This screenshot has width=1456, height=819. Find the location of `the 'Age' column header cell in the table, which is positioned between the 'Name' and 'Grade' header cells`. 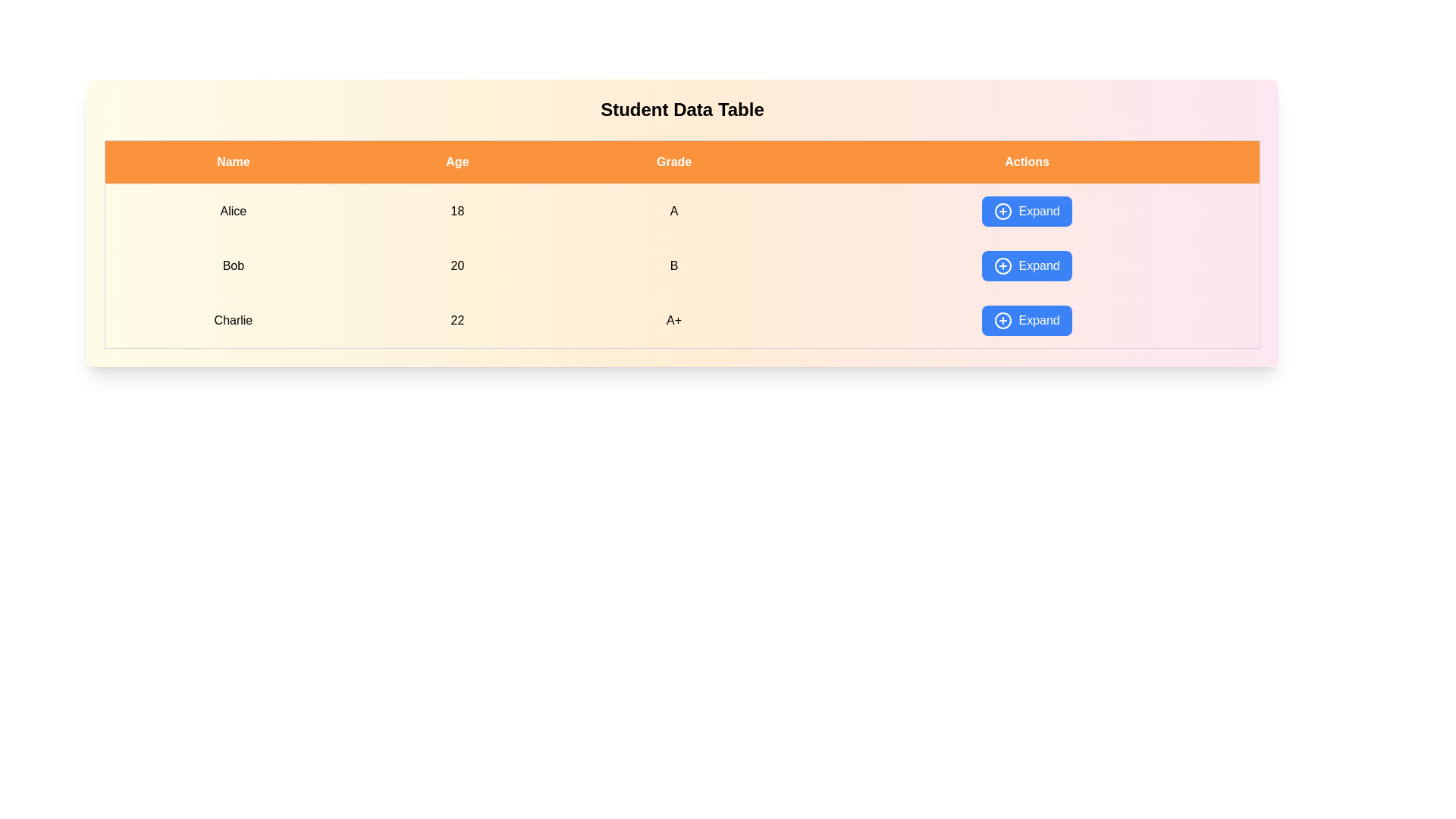

the 'Age' column header cell in the table, which is positioned between the 'Name' and 'Grade' header cells is located at coordinates (457, 162).